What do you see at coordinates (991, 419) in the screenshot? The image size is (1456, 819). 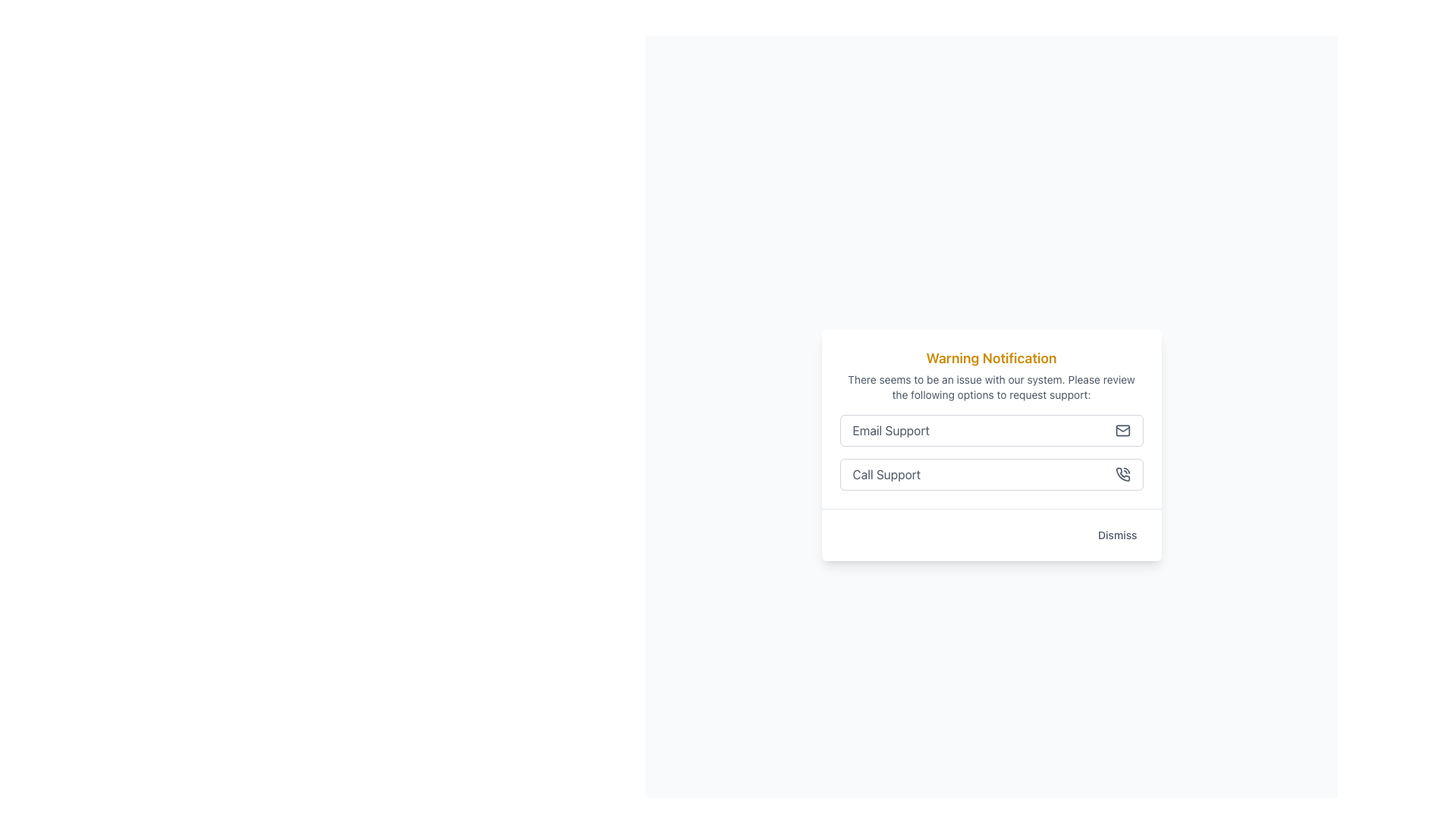 I see `the support options in the Notification Pane titled 'Warning Notification', which is located in the centered pop-up notification panel` at bounding box center [991, 419].